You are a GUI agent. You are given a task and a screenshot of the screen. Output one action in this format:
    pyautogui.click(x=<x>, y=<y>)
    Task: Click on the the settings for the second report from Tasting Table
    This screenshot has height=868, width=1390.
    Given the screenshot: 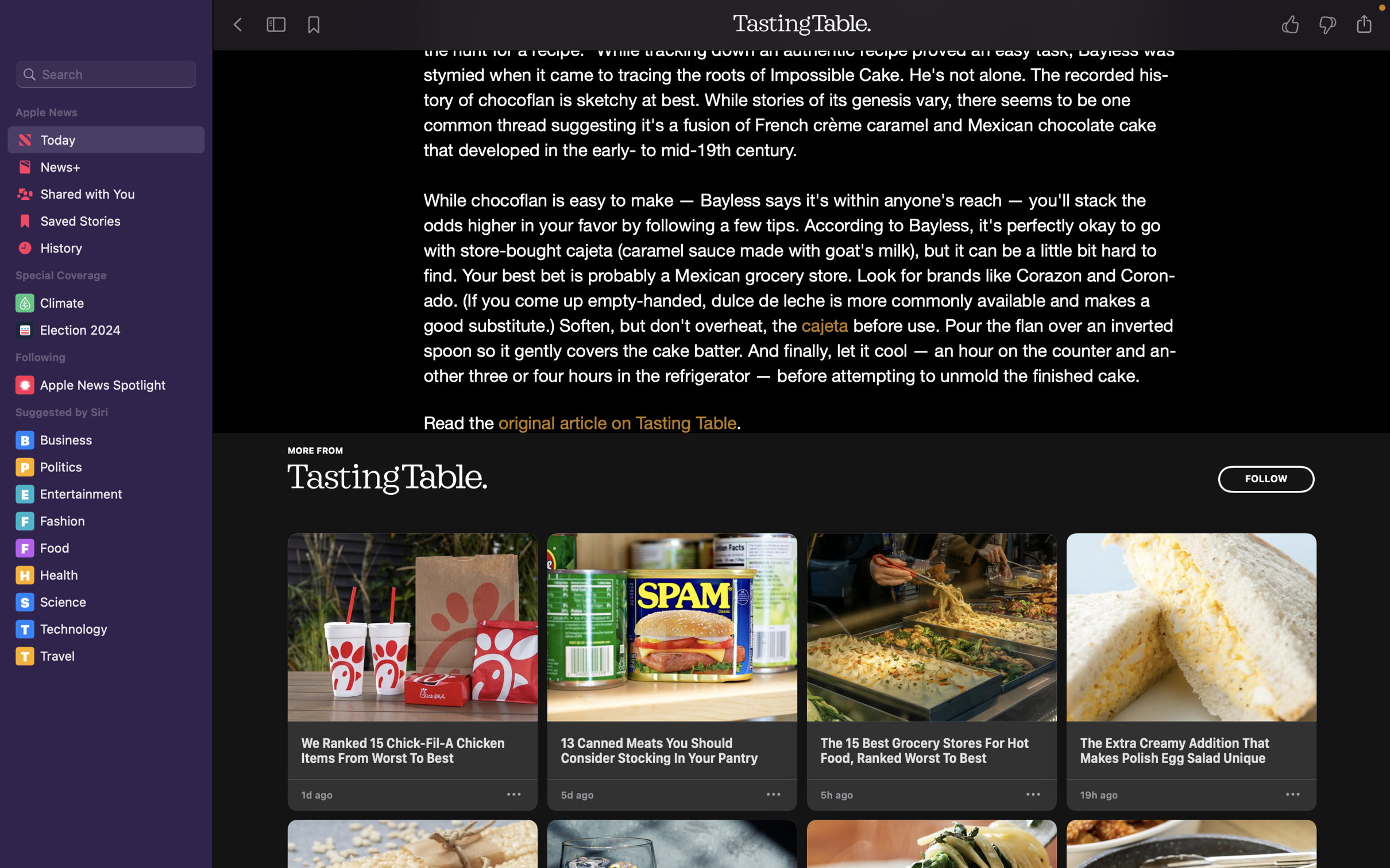 What is the action you would take?
    pyautogui.click(x=774, y=795)
    